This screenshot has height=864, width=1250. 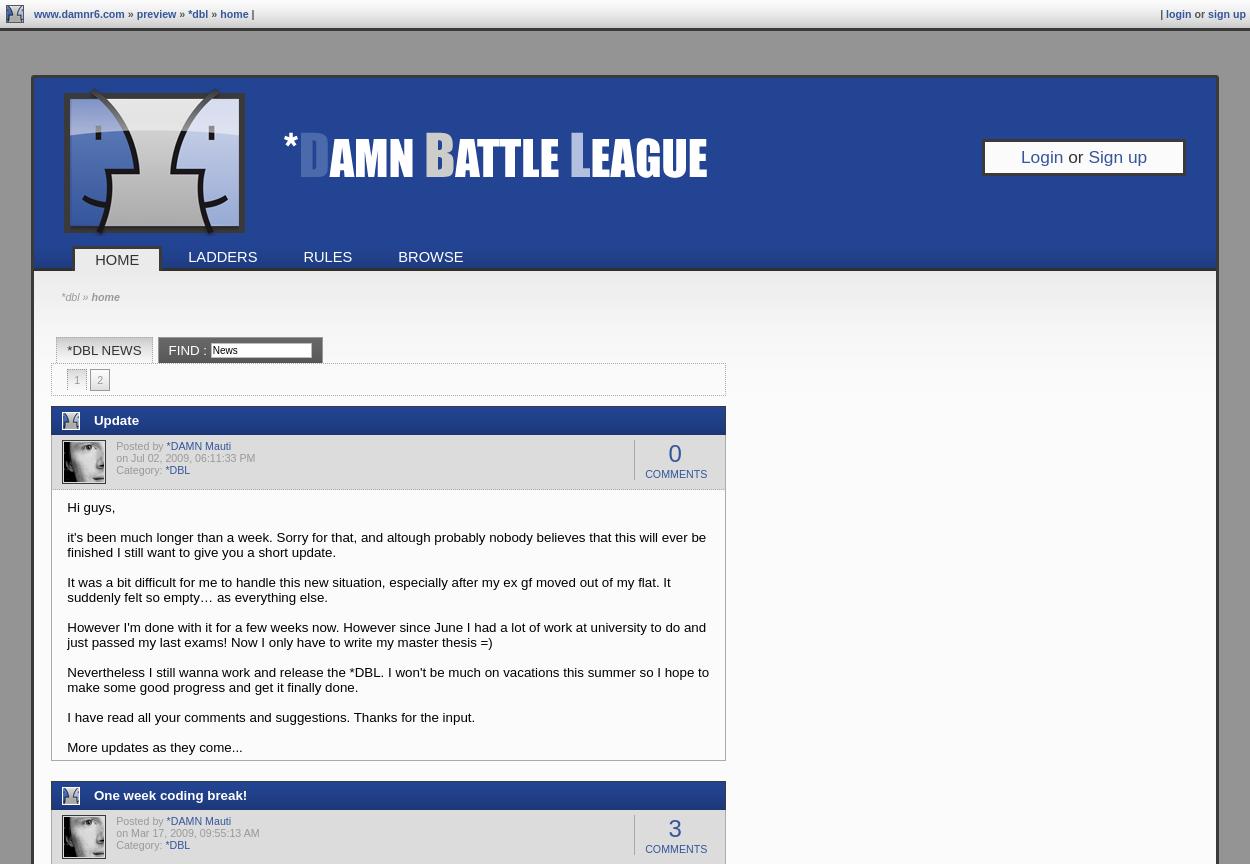 What do you see at coordinates (103, 349) in the screenshot?
I see `'*DBL News'` at bounding box center [103, 349].